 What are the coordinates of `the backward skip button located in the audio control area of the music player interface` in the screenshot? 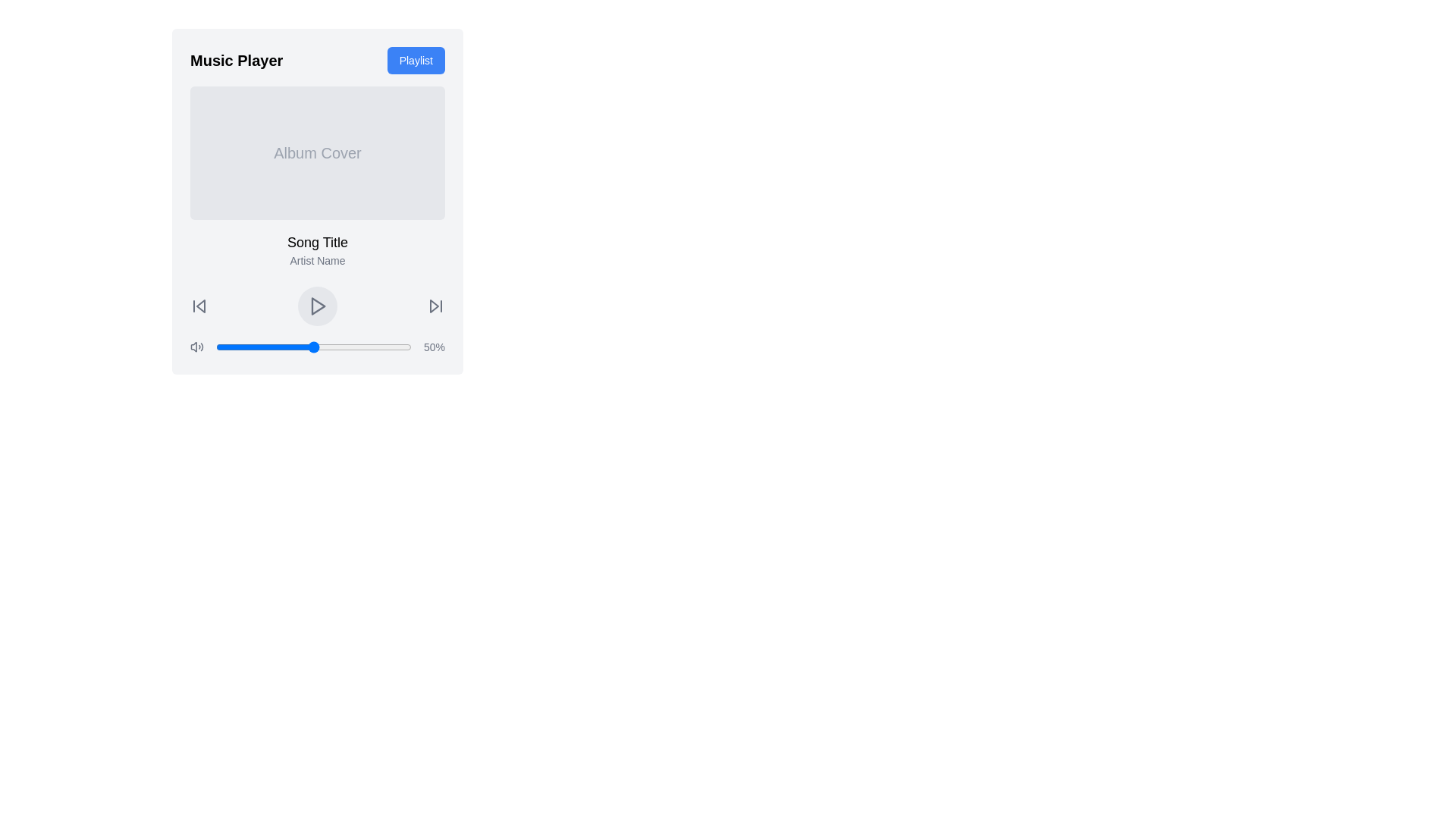 It's located at (199, 306).